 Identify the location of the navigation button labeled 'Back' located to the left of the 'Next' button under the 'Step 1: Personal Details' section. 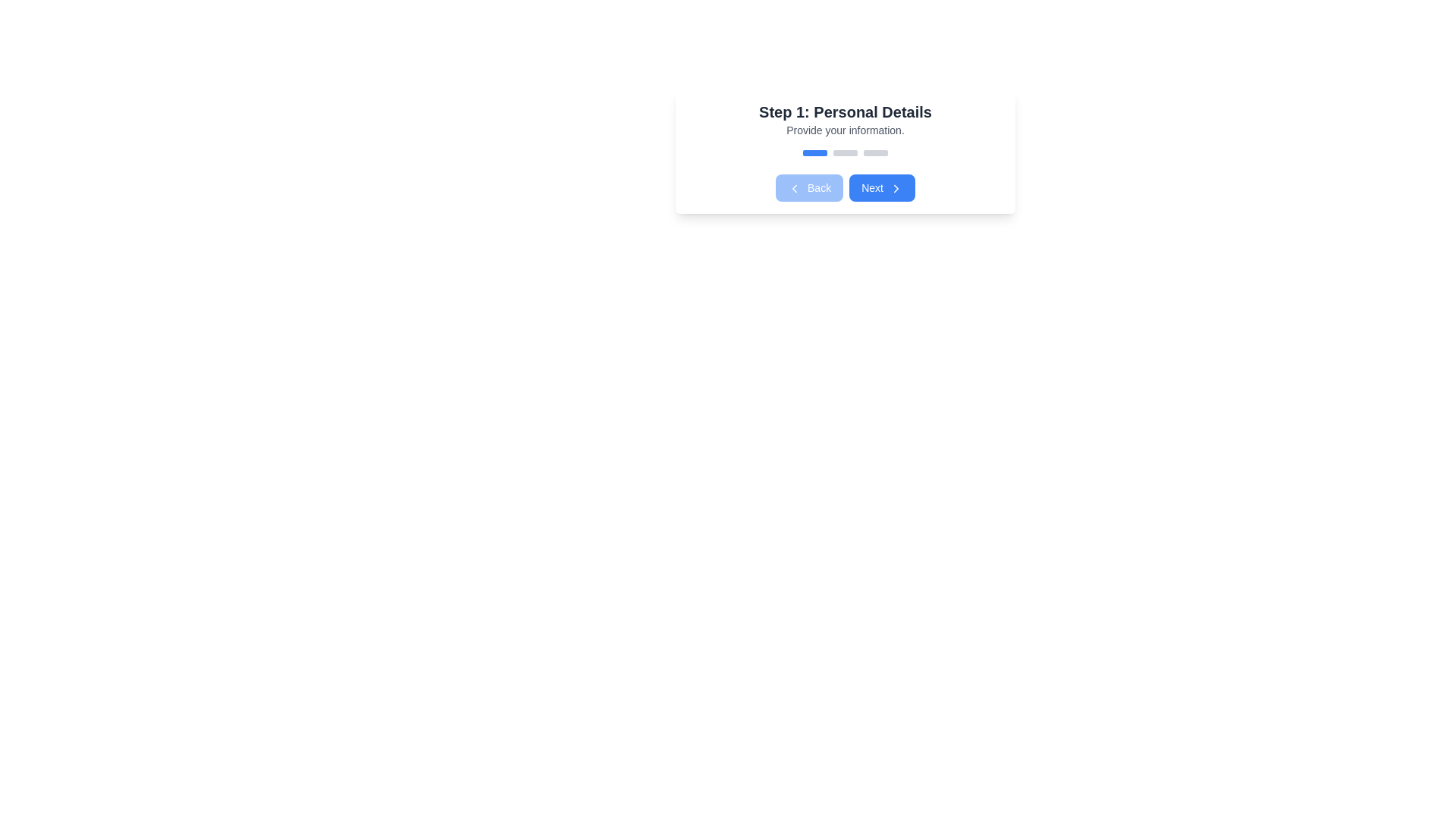
(808, 187).